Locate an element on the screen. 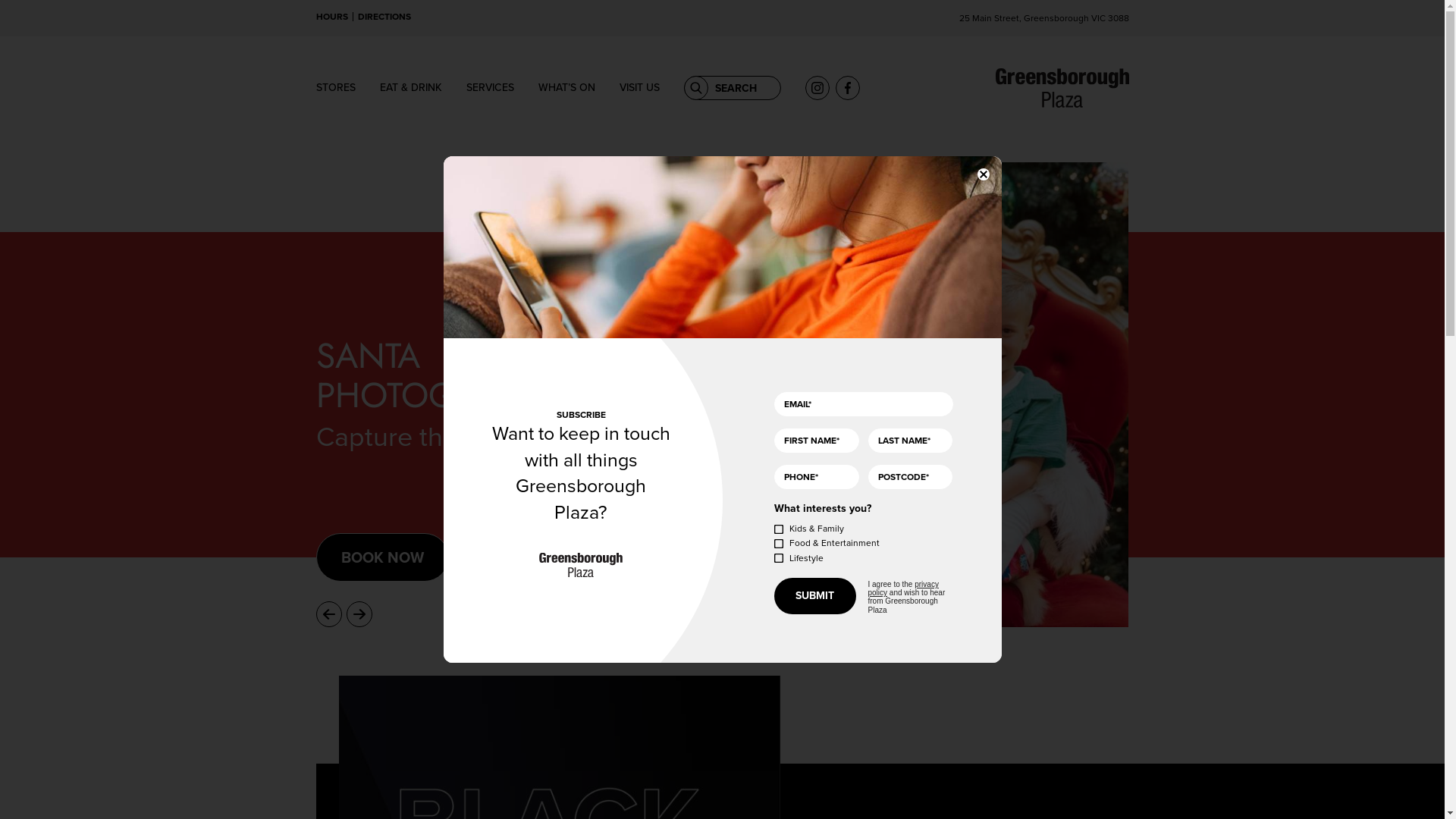 The image size is (1456, 819). 'Previous' is located at coordinates (327, 614).